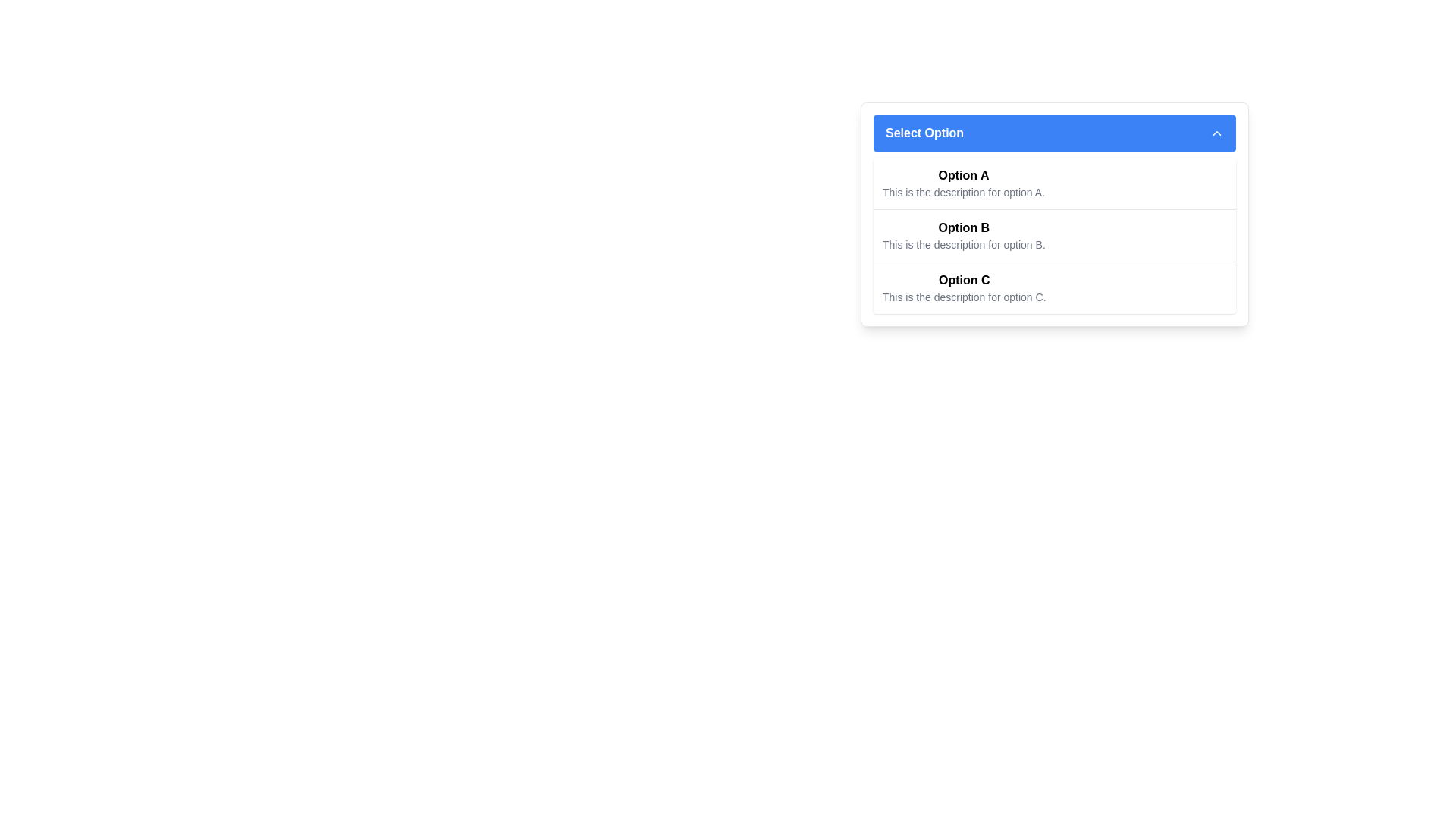  I want to click on 'Option B' in the dropdown menu, so click(1054, 236).